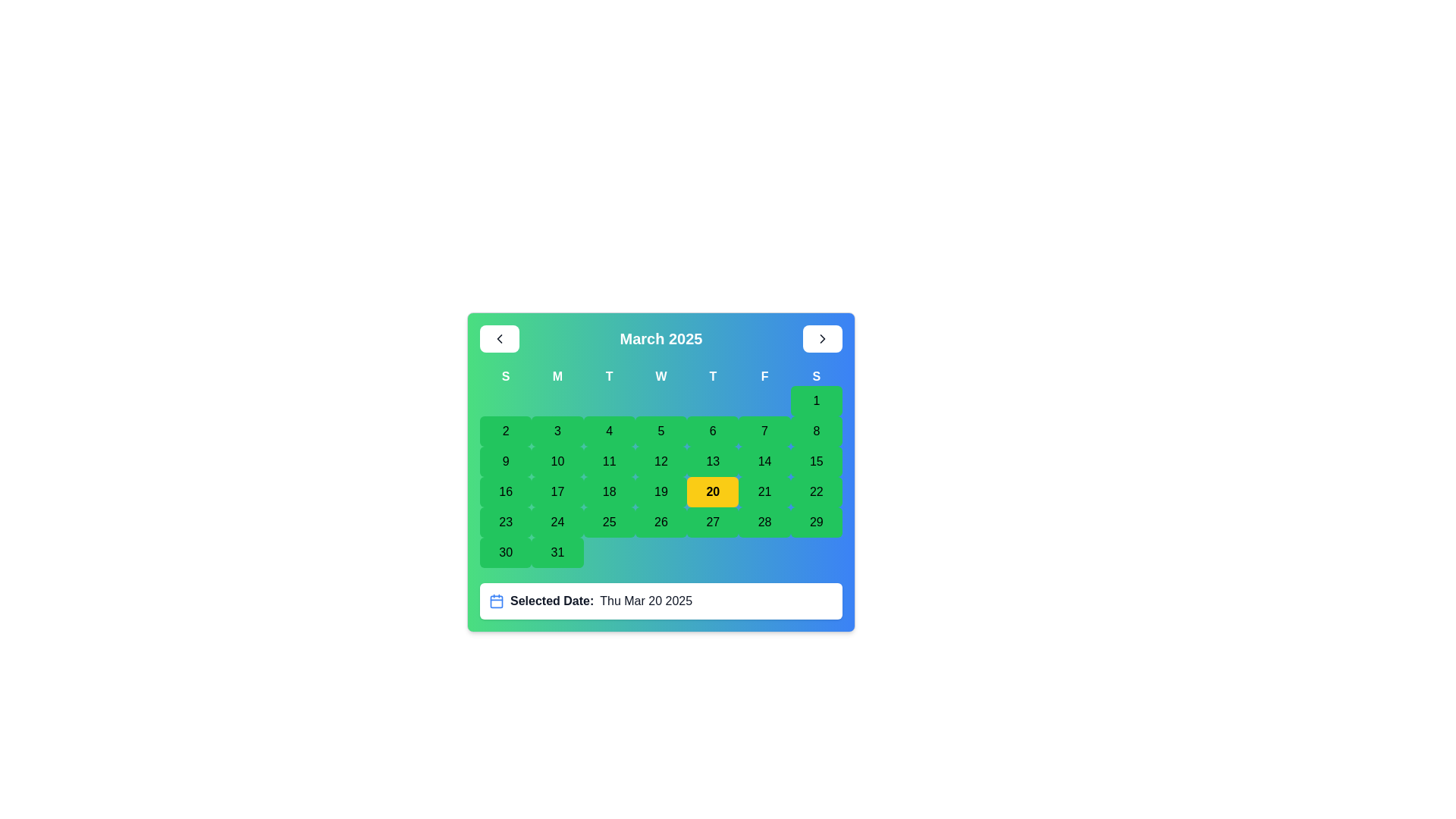 This screenshot has height=819, width=1456. What do you see at coordinates (609, 461) in the screenshot?
I see `the button with the text '11' on a green background in the calendar grid to change its visual style` at bounding box center [609, 461].